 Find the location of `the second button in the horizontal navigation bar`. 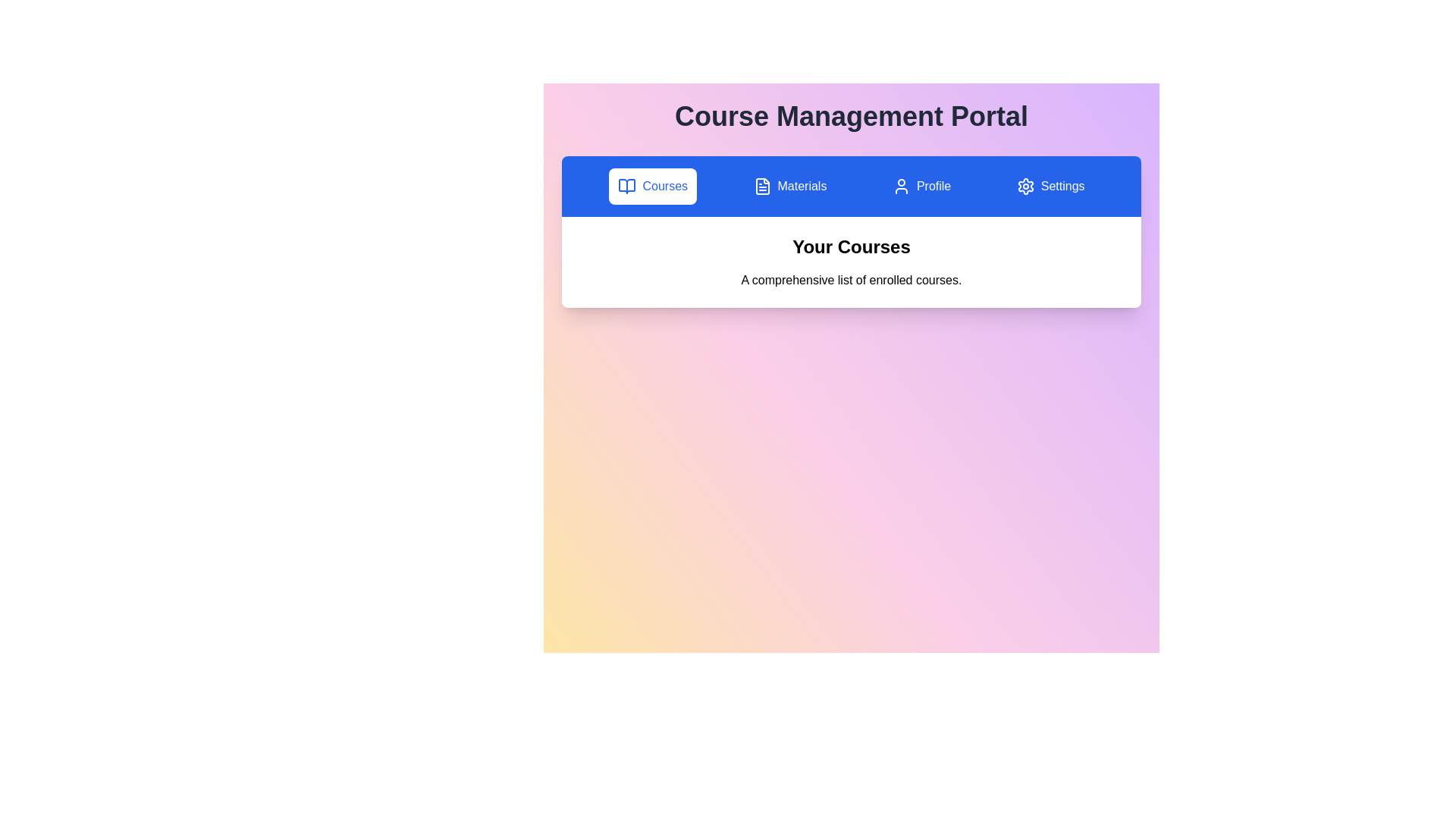

the second button in the horizontal navigation bar is located at coordinates (789, 186).